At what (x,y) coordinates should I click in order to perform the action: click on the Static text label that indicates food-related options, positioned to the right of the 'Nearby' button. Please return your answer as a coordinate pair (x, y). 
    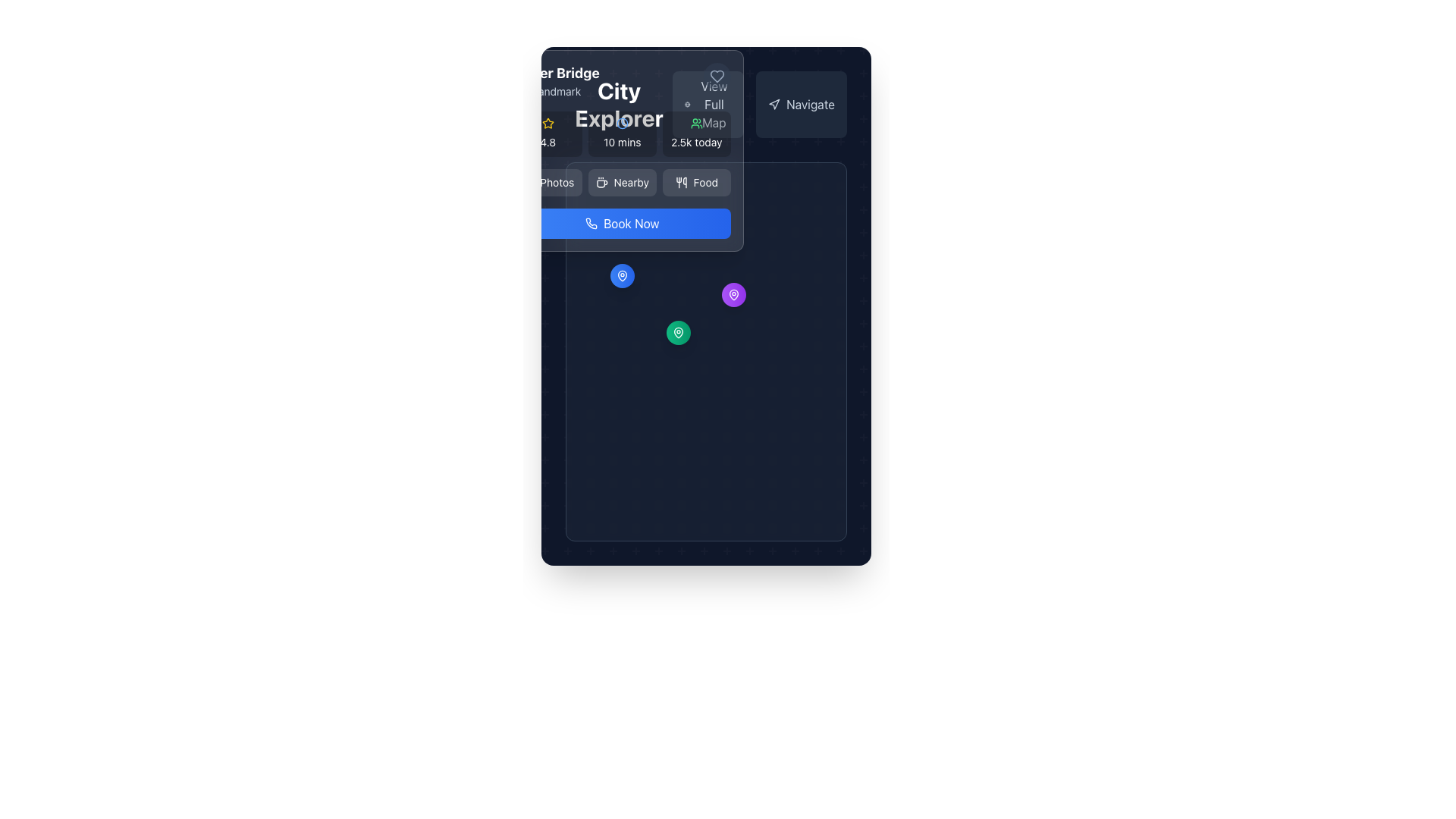
    Looking at the image, I should click on (704, 182).